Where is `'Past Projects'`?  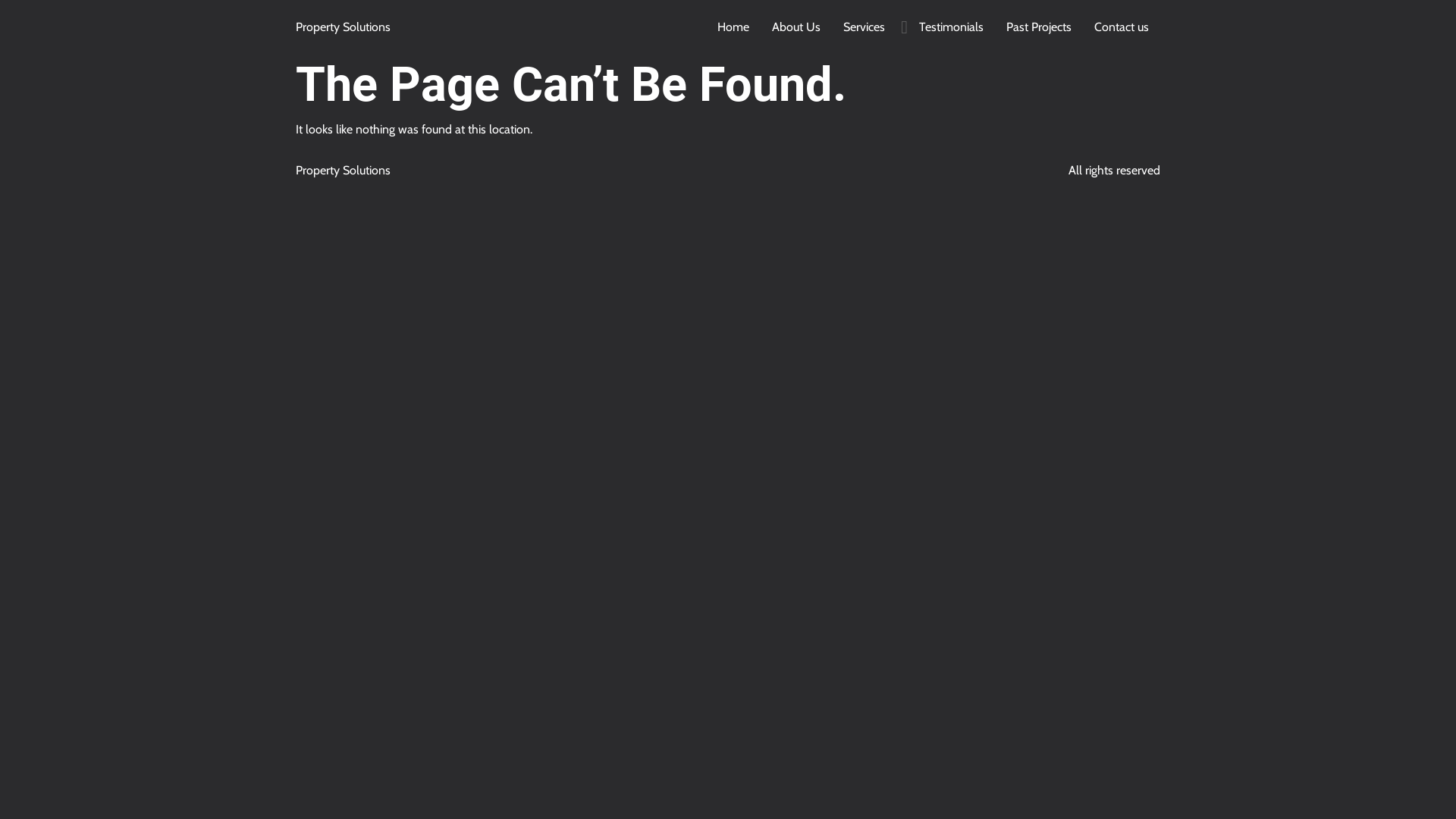 'Past Projects' is located at coordinates (994, 27).